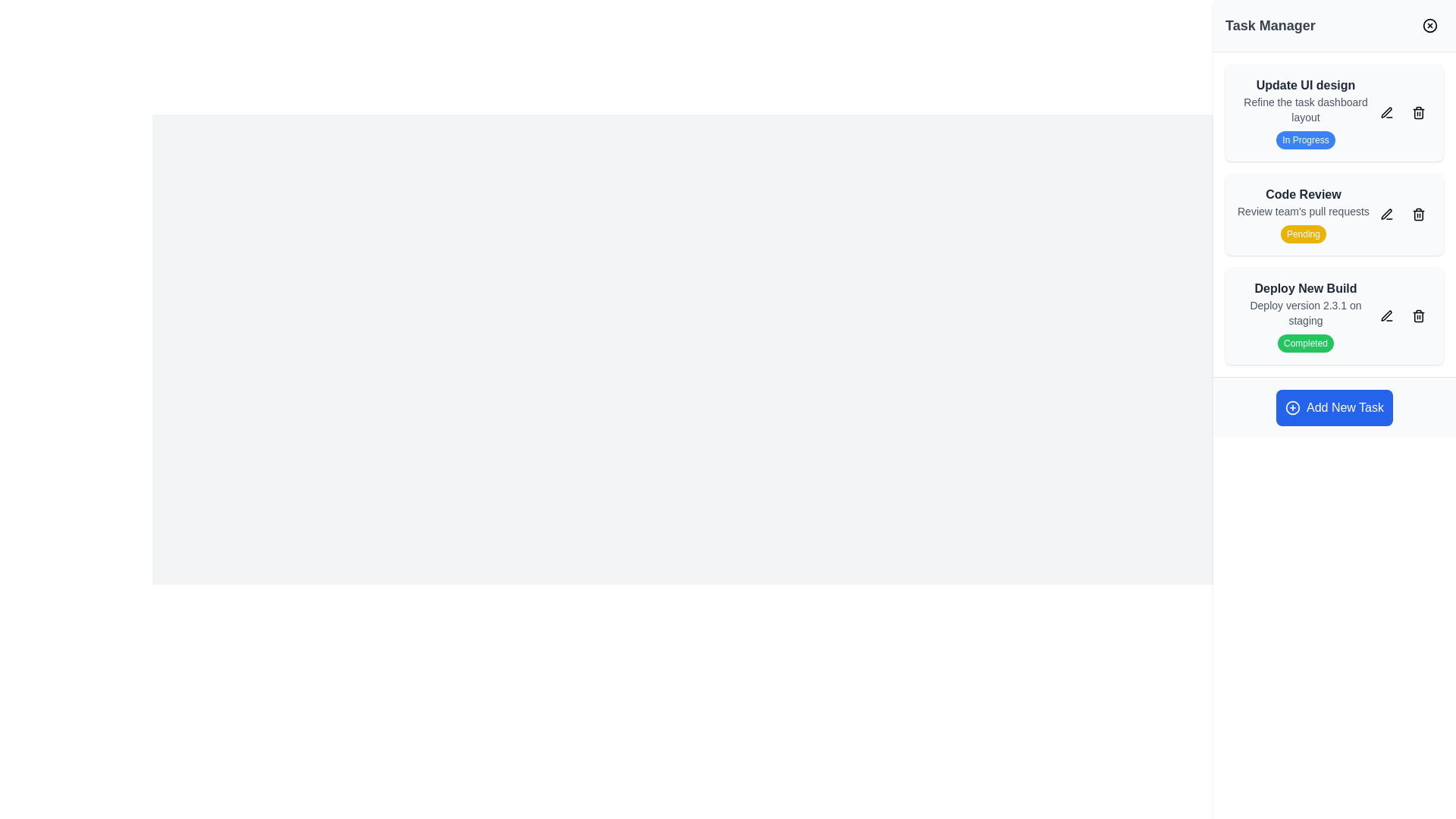  Describe the element at coordinates (1291, 406) in the screenshot. I see `the circled plus sign icon located within the 'Add New Task' button at the lower-right of the interface` at that location.